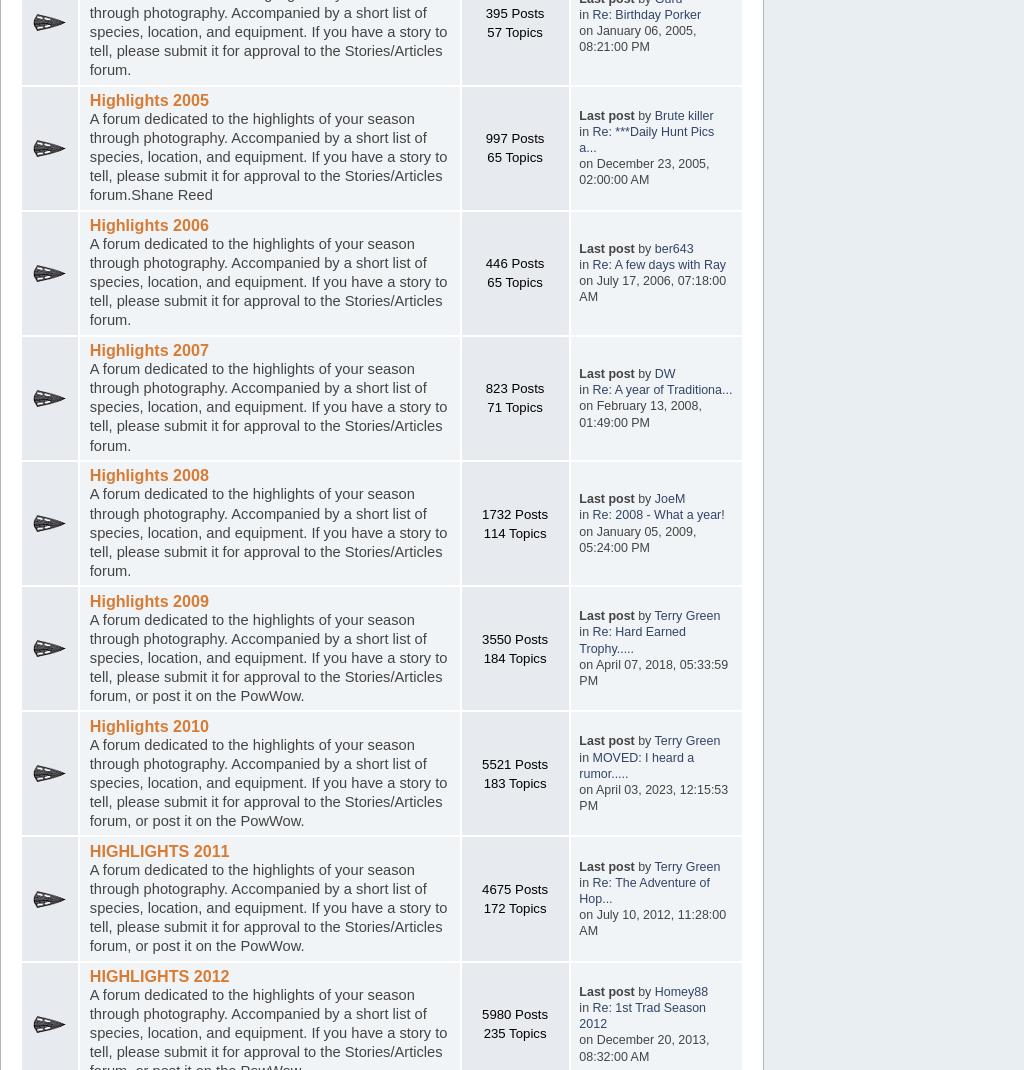 The image size is (1024, 1070). What do you see at coordinates (658, 264) in the screenshot?
I see `'Re: A few days with Ray'` at bounding box center [658, 264].